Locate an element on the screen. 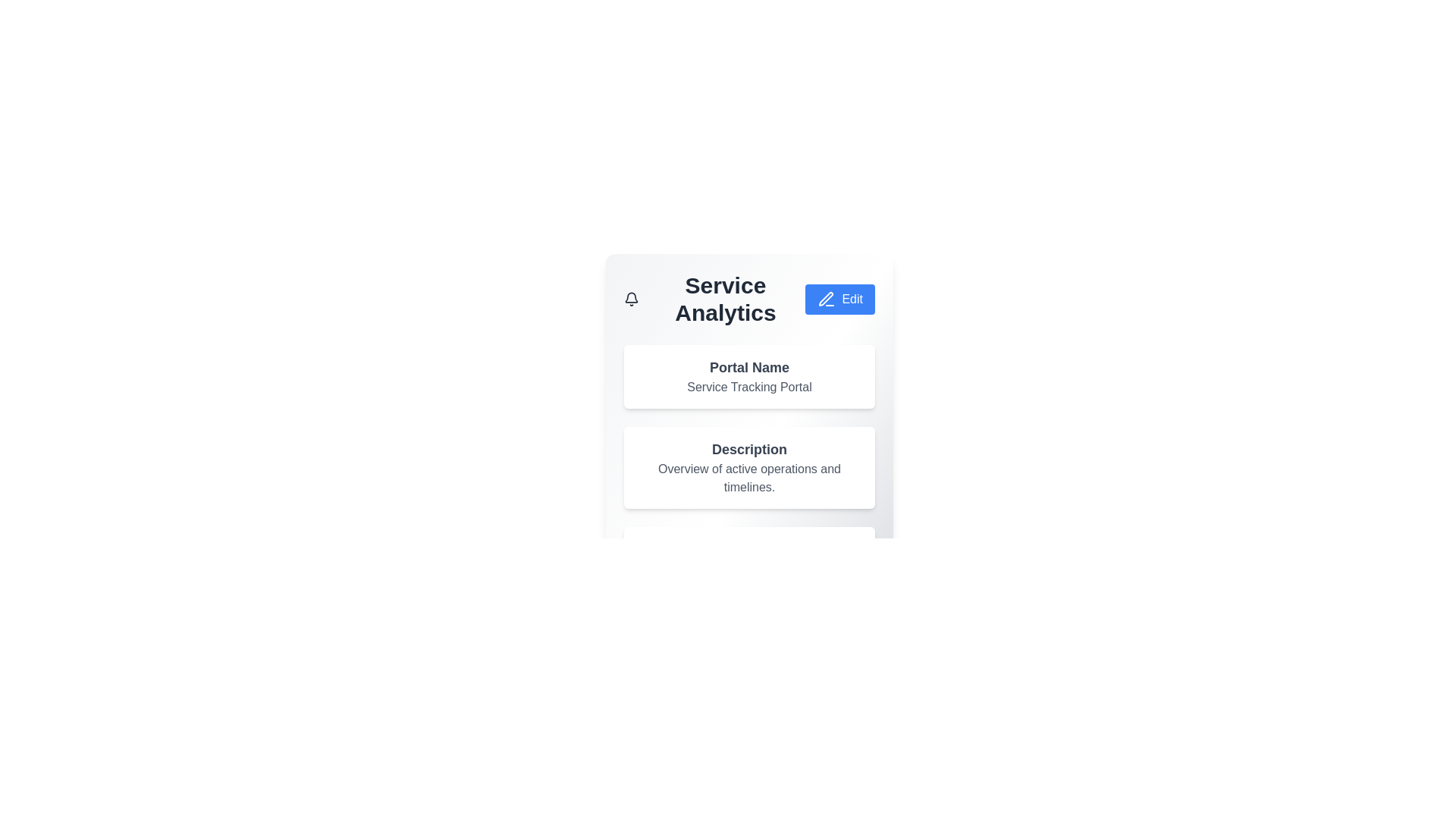 The image size is (1456, 819). the pen icon within the 'Edit' button located at the top-right corner of the 'Service Analytics' card is located at coordinates (825, 299).